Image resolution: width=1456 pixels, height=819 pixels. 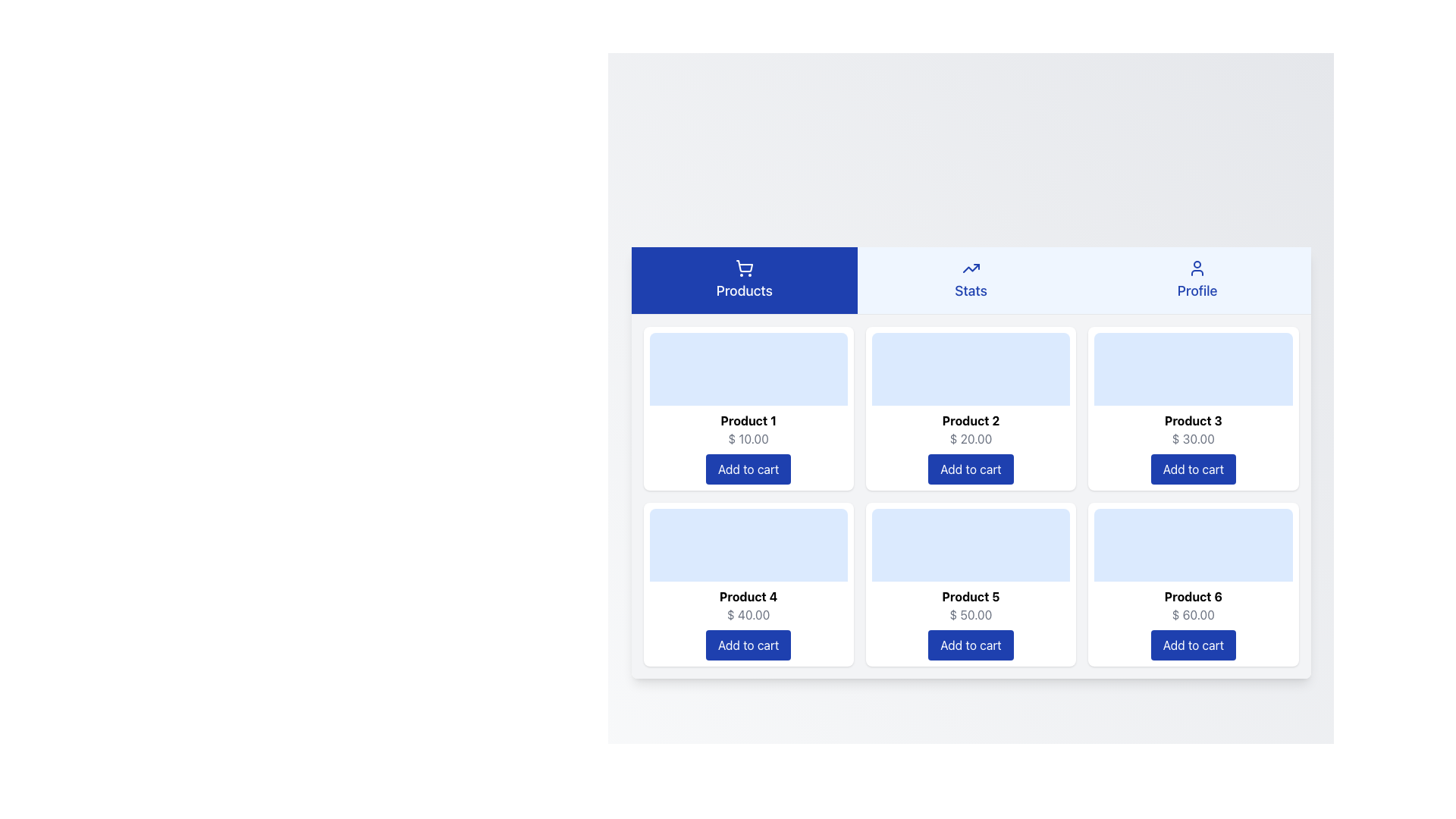 I want to click on product details for the 'Product 1' card, which has an 'Add to cart' button and is located at the top-left corner of the grid, so click(x=748, y=407).